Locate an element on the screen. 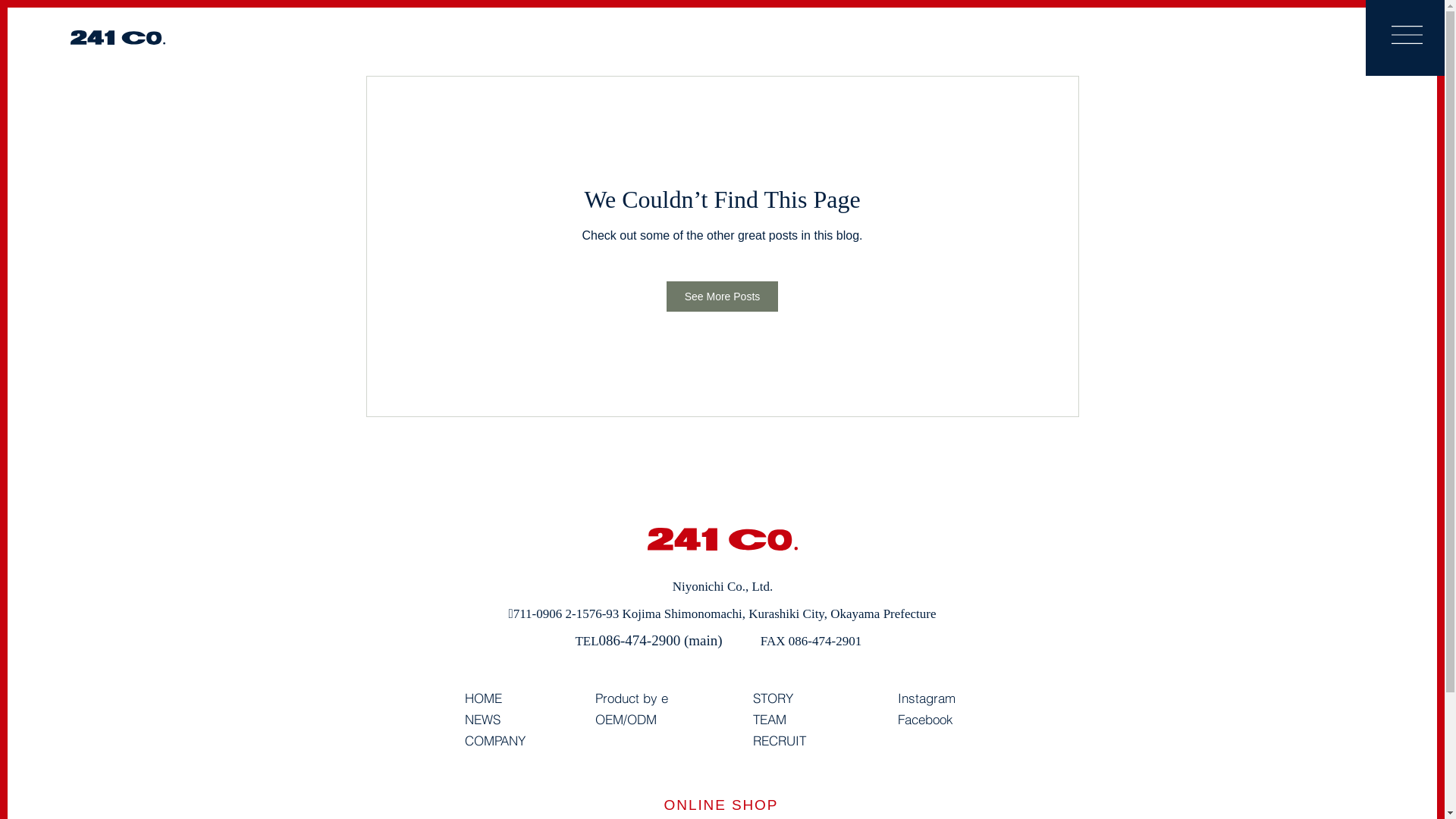 Image resolution: width=1456 pixels, height=819 pixels. 'STORY' is located at coordinates (772, 698).